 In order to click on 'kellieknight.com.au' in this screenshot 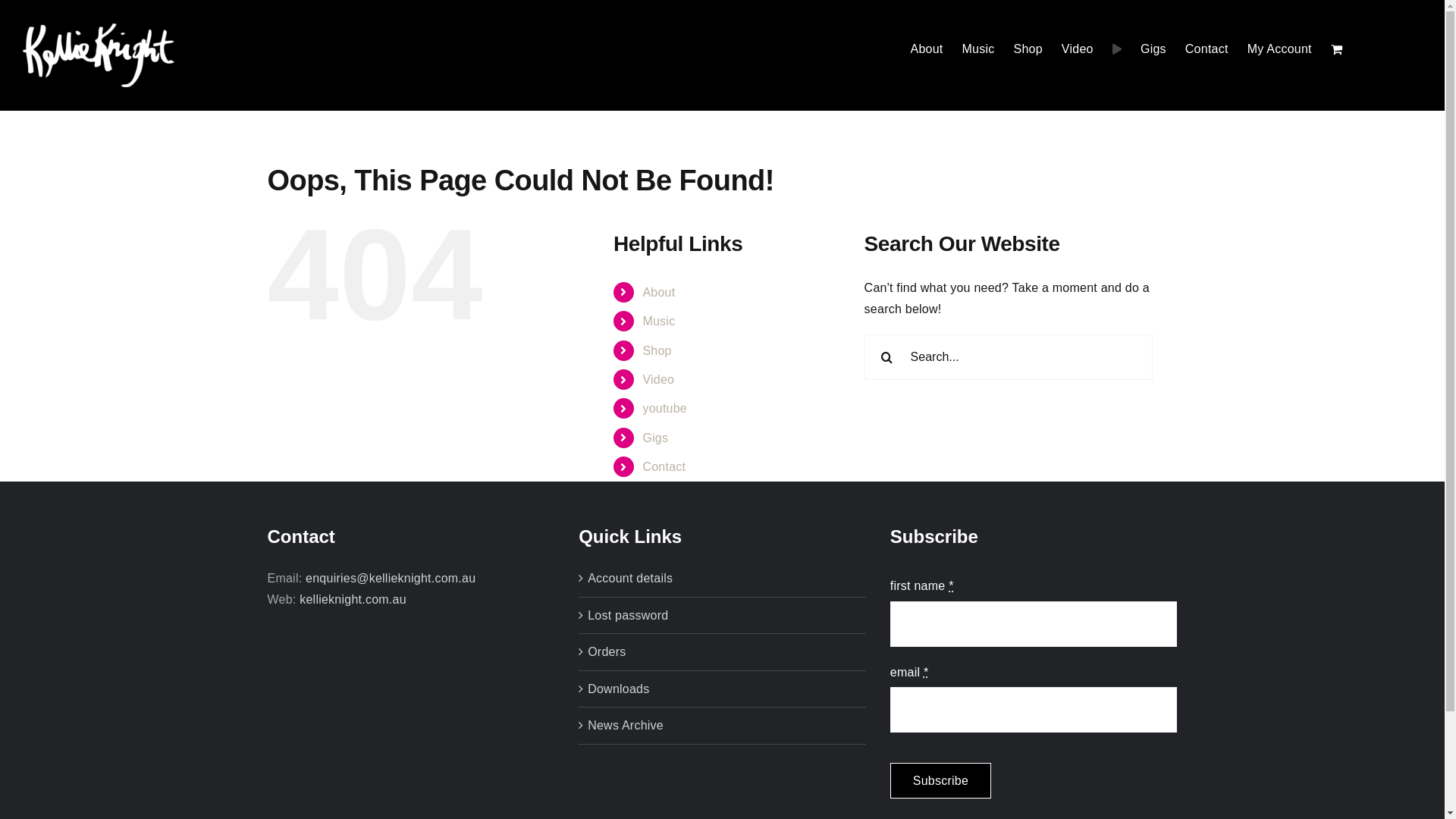, I will do `click(299, 598)`.